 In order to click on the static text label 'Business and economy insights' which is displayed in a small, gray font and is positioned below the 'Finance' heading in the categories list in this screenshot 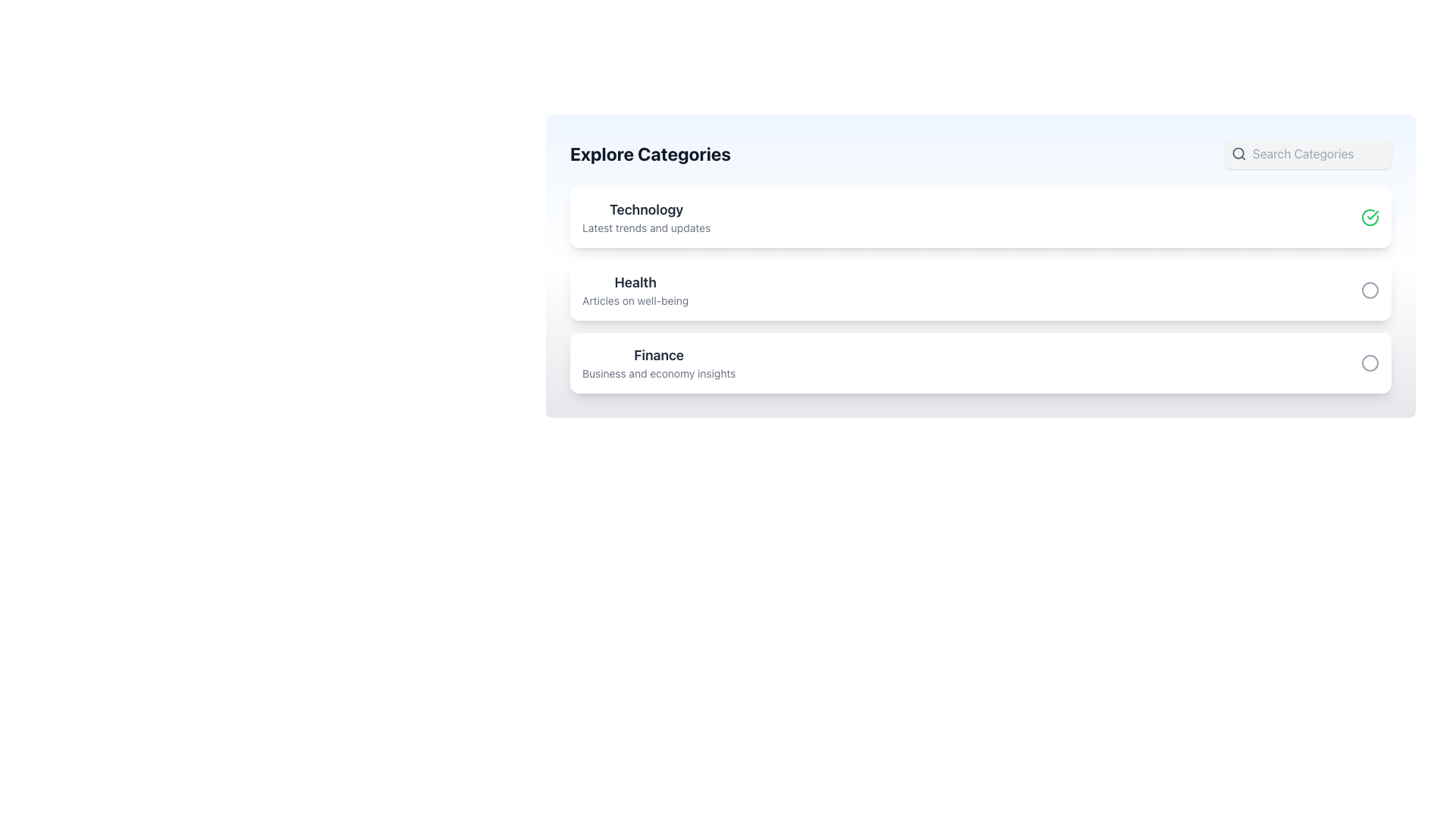, I will do `click(659, 374)`.